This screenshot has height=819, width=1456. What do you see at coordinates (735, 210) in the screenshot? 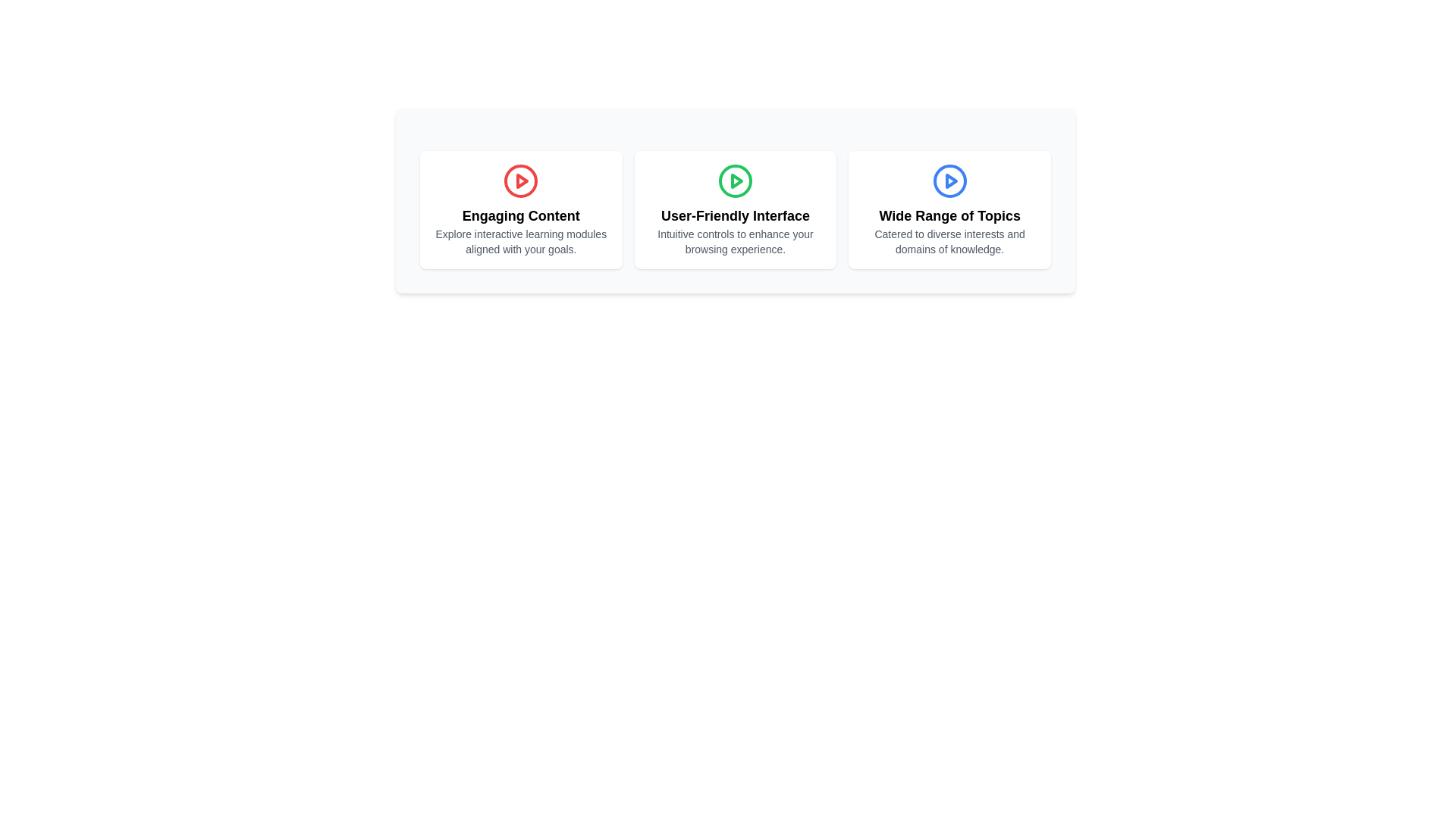
I see `the Information Card located in the second column of the three-column grid layout, positioned between the 'Engaging Content' and 'Wide Range of Topics' cards` at bounding box center [735, 210].